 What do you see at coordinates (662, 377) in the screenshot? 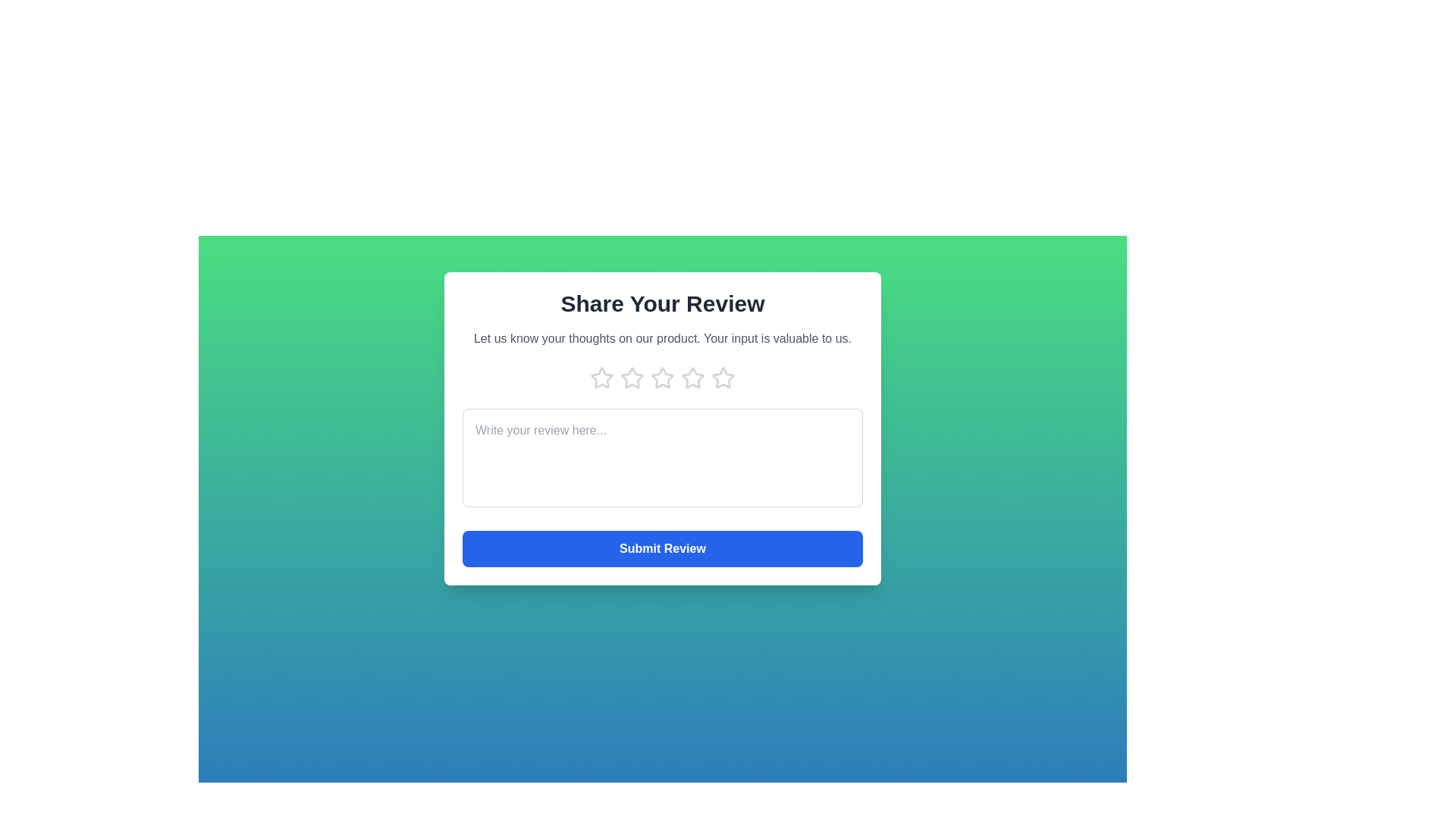
I see `the product rating to 3 stars by clicking on the respective star` at bounding box center [662, 377].